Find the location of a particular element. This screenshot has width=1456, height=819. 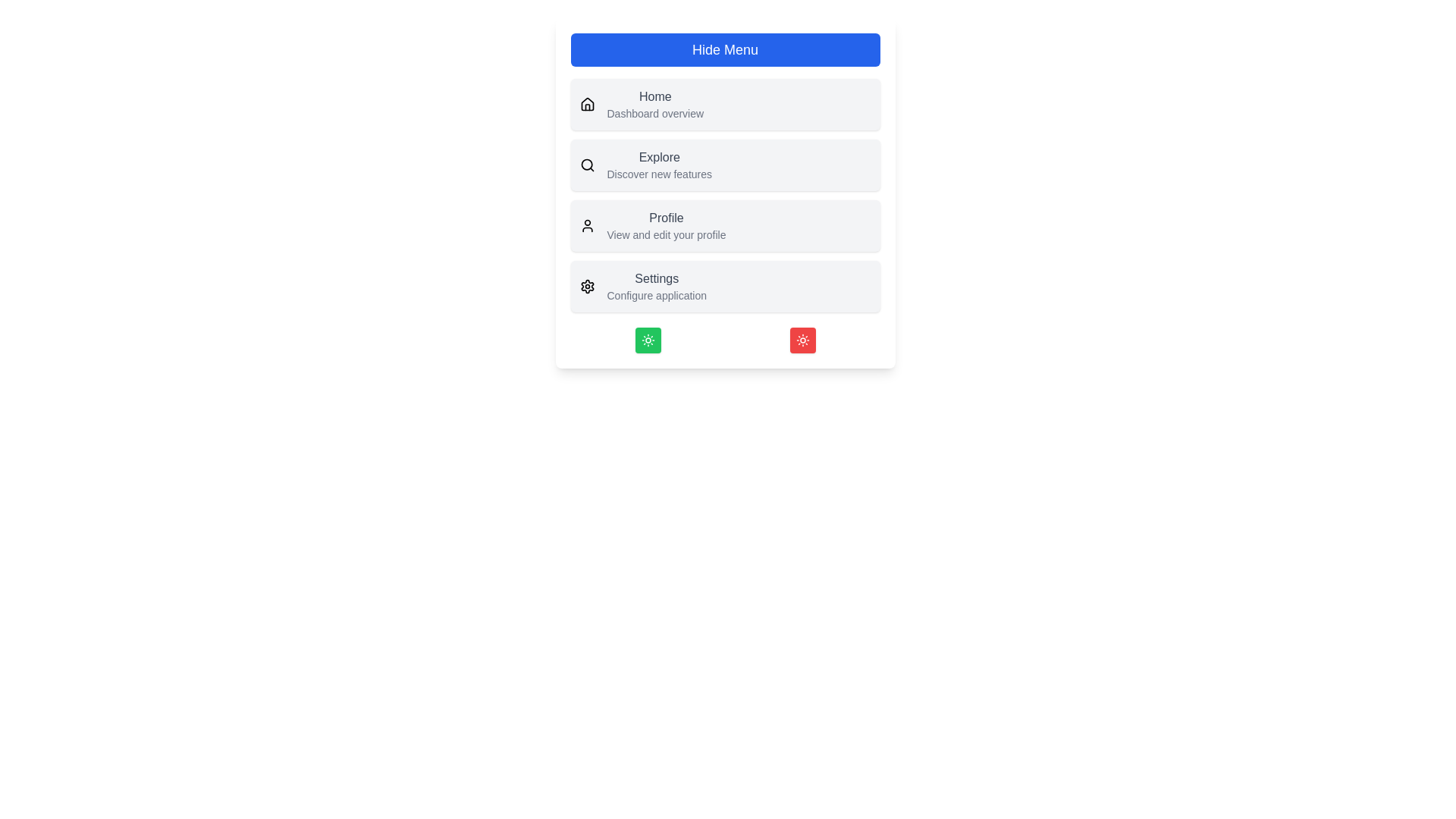

the red action button at the bottom is located at coordinates (802, 339).